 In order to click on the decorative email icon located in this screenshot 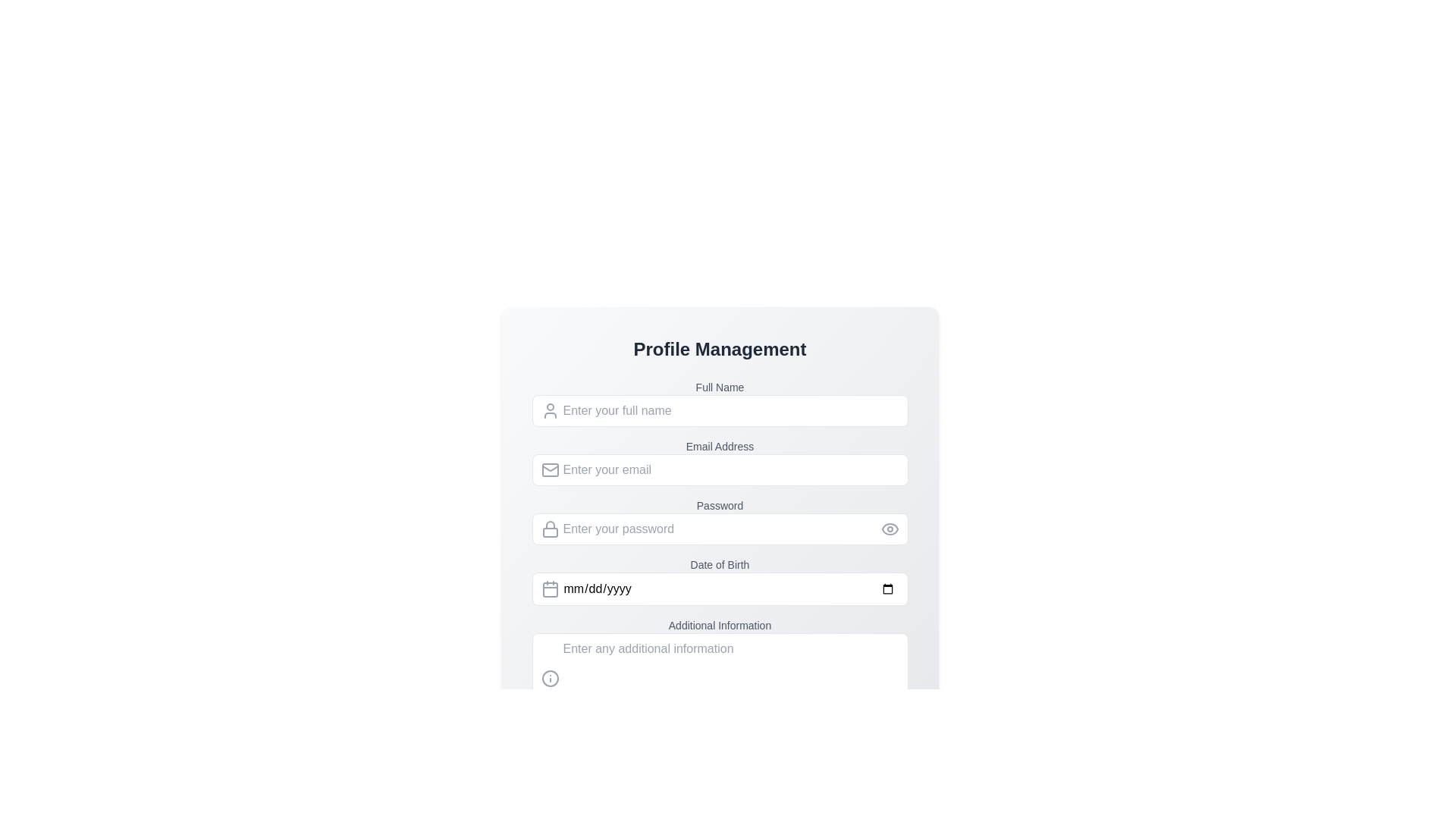, I will do `click(549, 469)`.